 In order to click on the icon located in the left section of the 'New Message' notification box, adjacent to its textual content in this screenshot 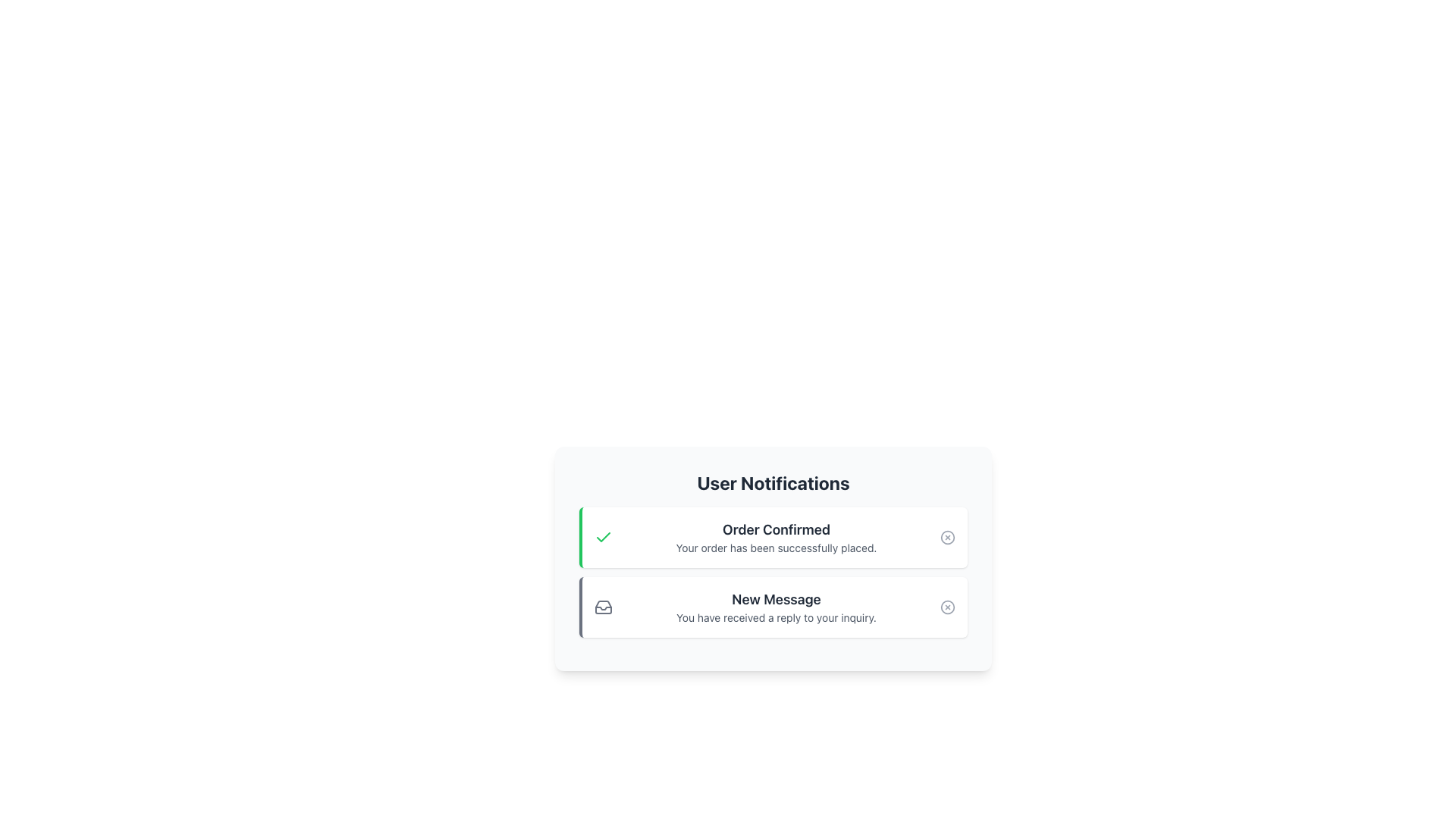, I will do `click(603, 607)`.